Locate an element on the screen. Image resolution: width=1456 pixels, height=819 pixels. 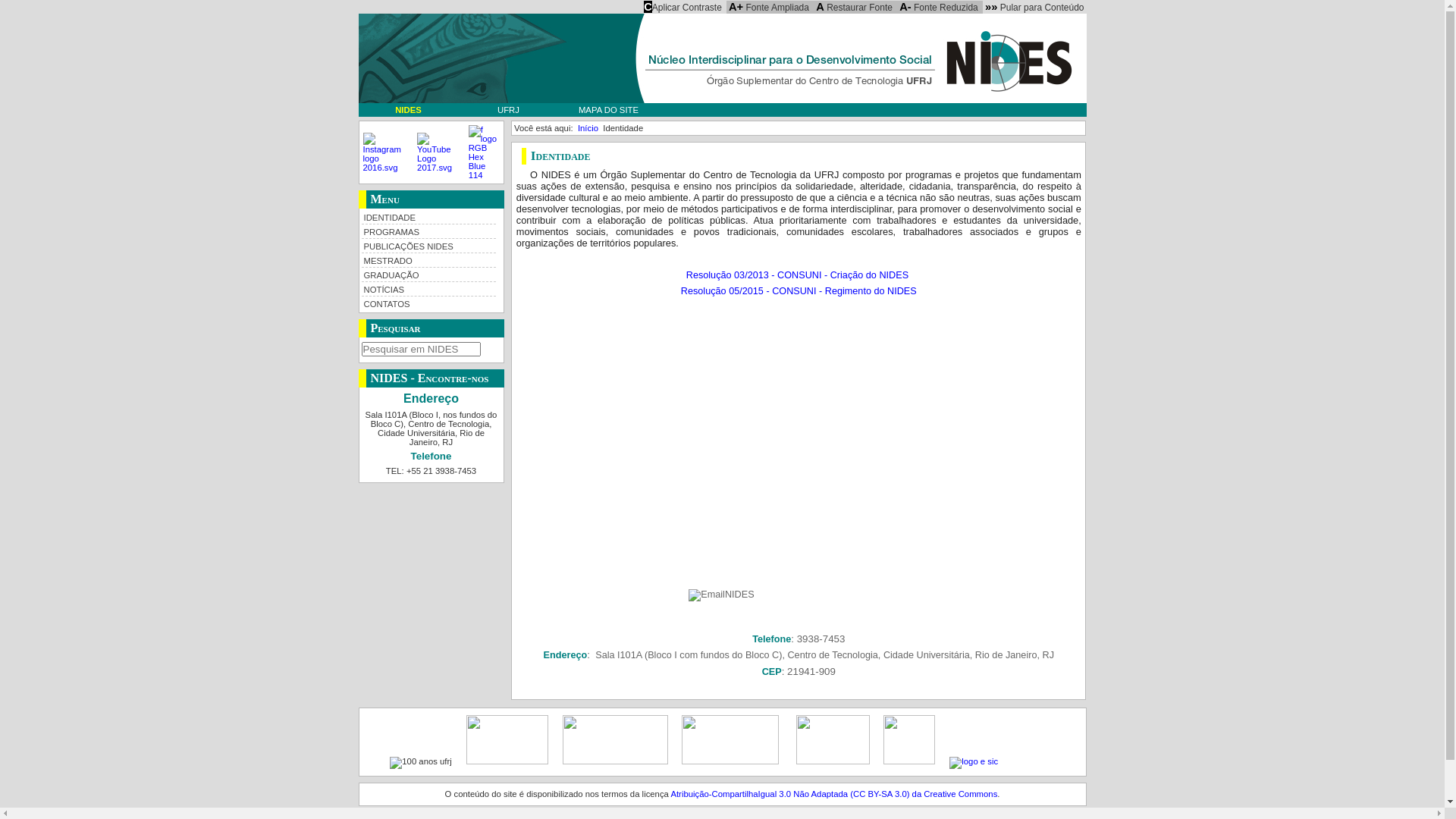
'MESTRADO' is located at coordinates (428, 259).